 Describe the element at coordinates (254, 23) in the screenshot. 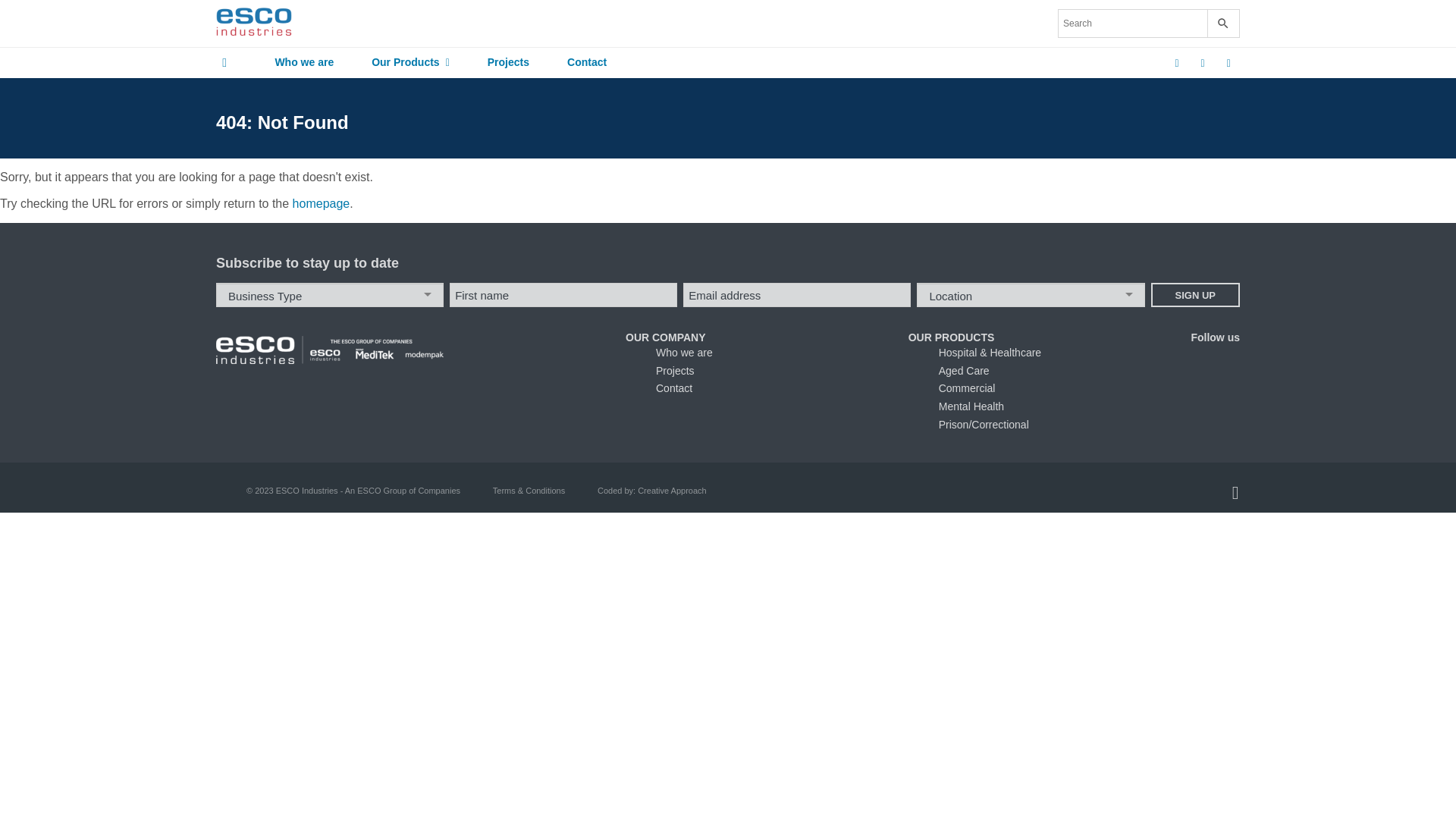

I see `'ESCO Industries'` at that location.